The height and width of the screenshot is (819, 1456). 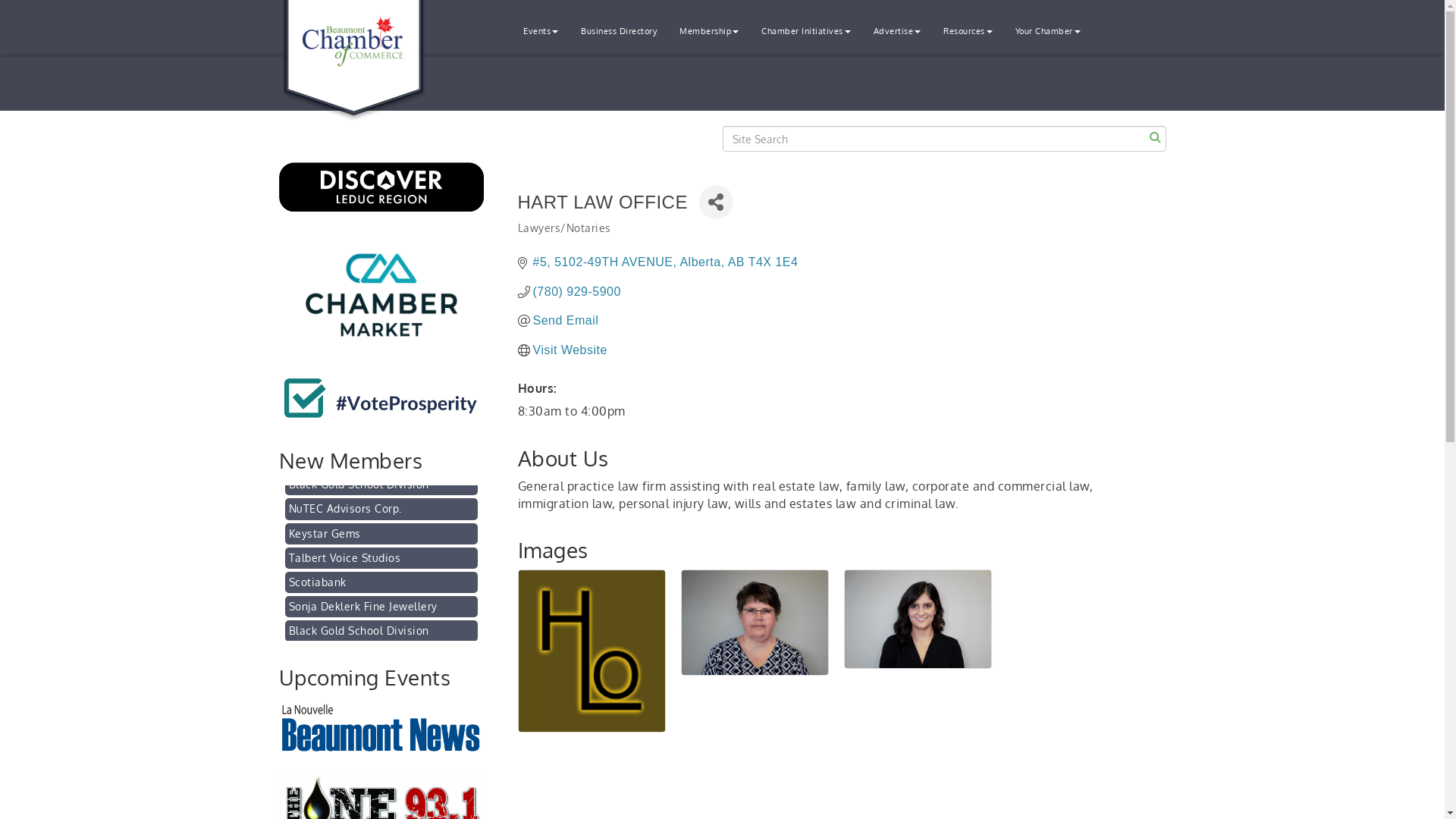 I want to click on 'NuTEC Advisors Corp.', so click(x=284, y=533).